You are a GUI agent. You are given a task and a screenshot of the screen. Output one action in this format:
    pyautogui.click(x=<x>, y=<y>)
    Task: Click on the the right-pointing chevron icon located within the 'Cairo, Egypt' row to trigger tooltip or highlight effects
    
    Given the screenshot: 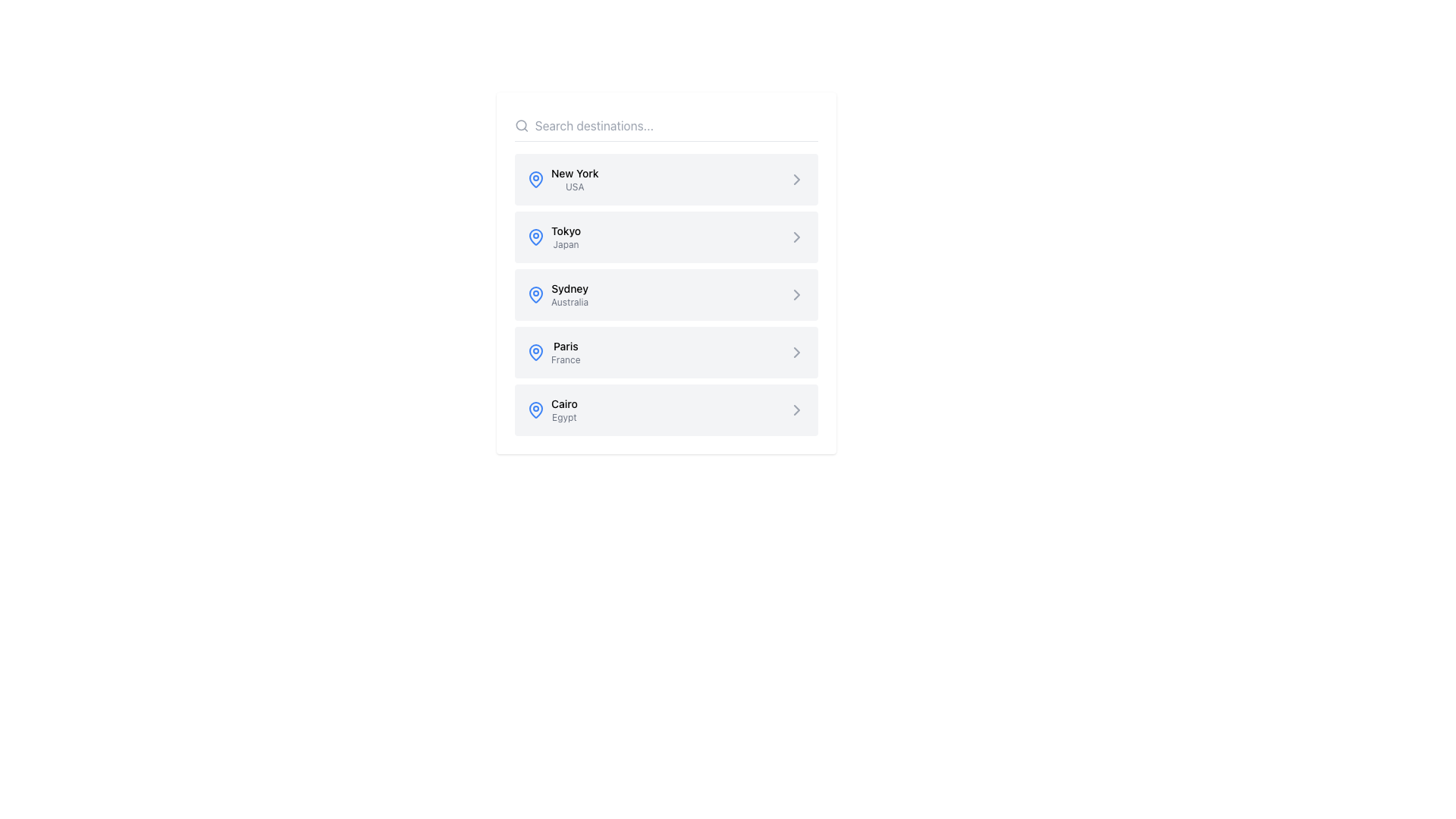 What is the action you would take?
    pyautogui.click(x=796, y=409)
    